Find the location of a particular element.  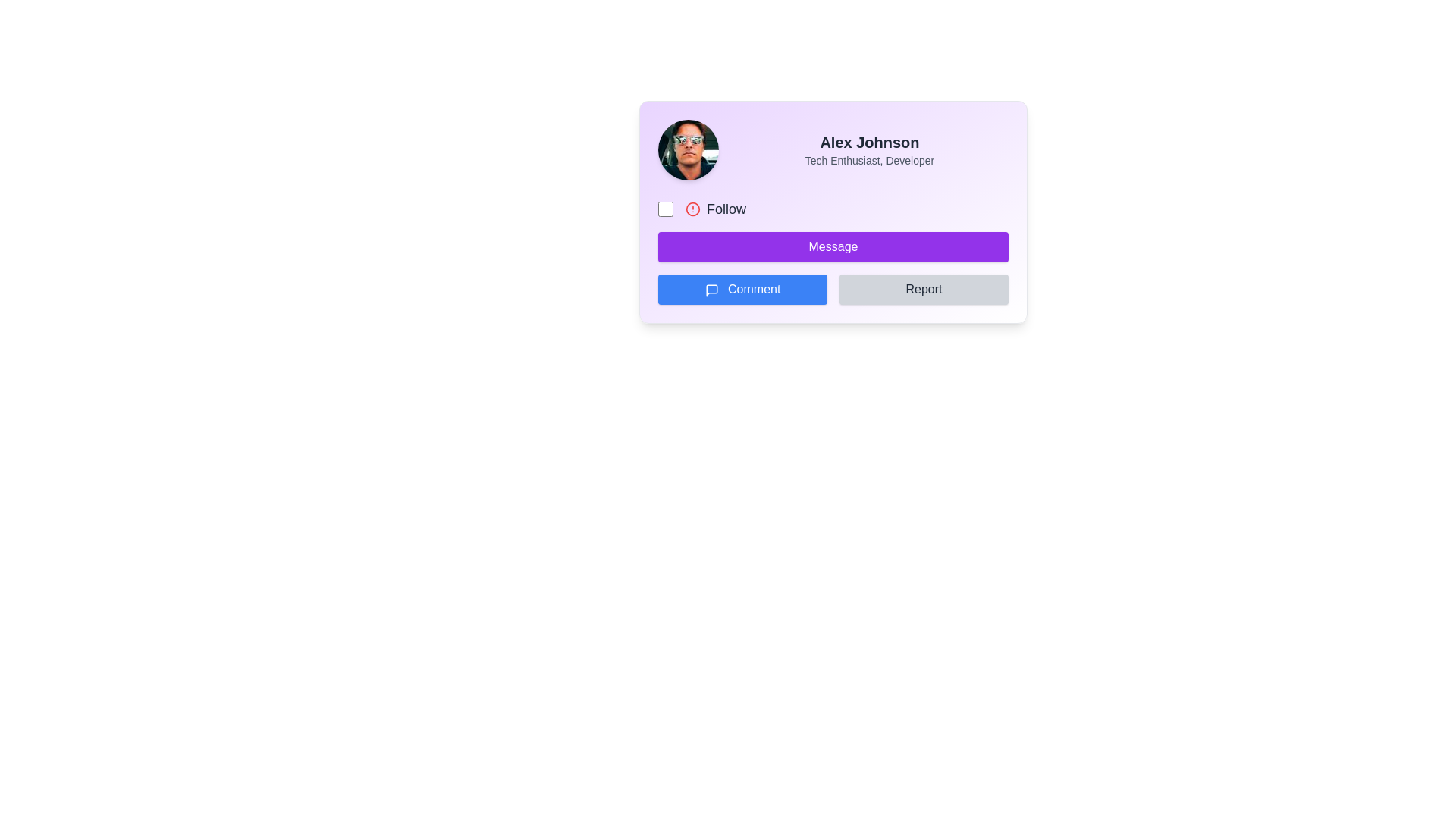

the comment icon located inside the blue button labeled 'Comment', positioned towards the left of the button is located at coordinates (711, 290).